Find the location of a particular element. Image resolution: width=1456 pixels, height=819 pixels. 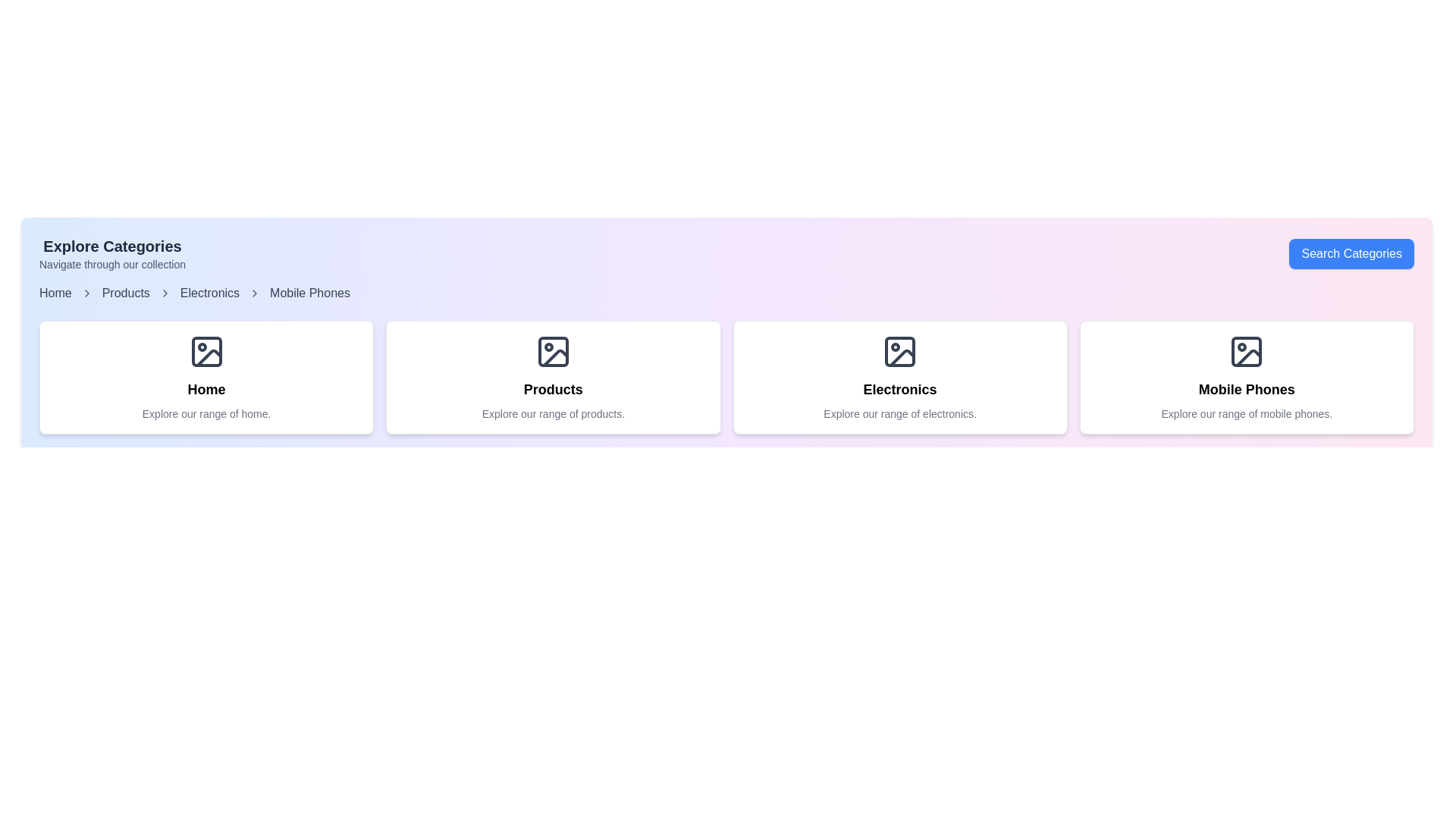

the section title text label located at the top-left corner of the interface, which provides context for the content that follows is located at coordinates (111, 245).